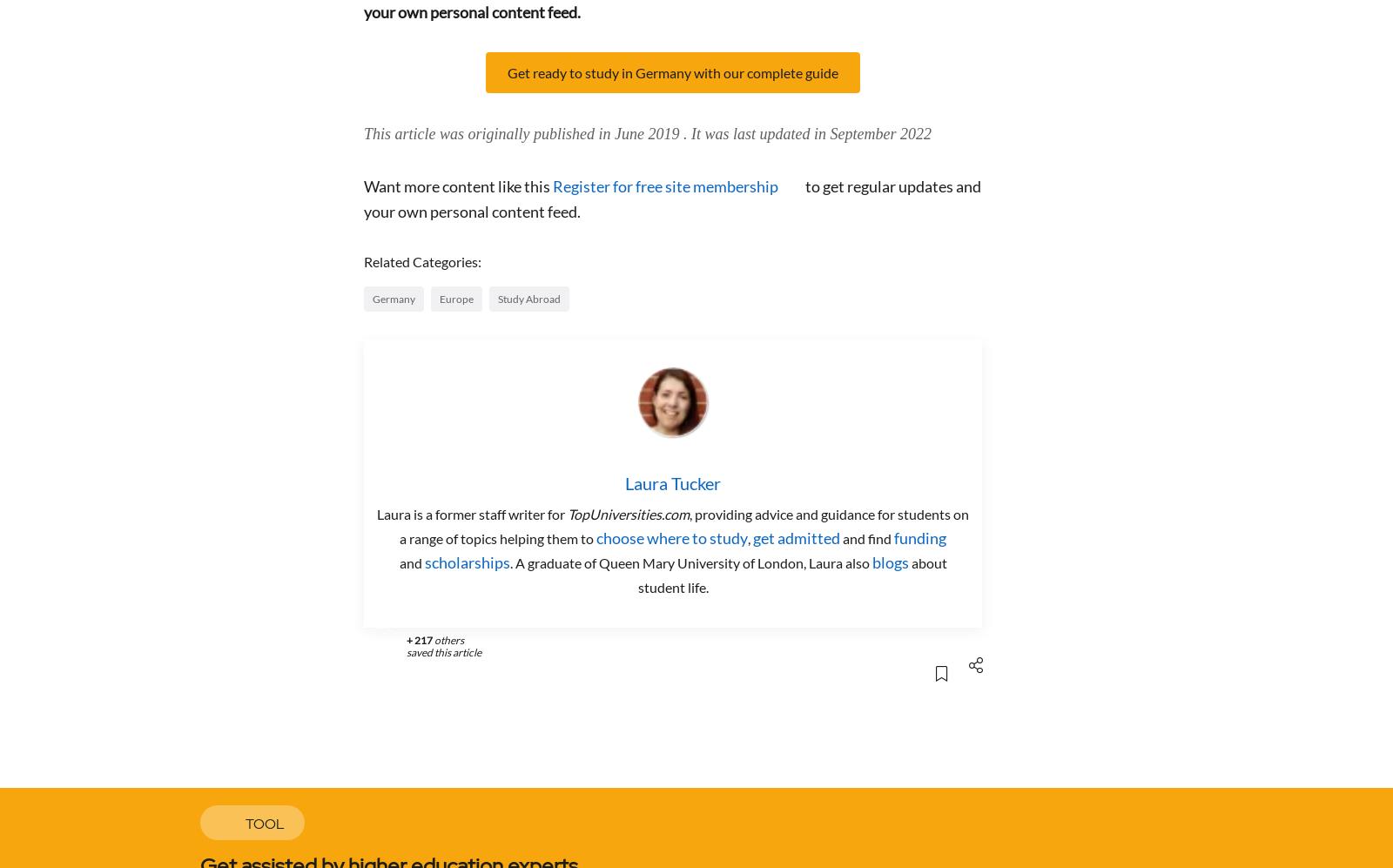 The image size is (1393, 868). I want to click on 'Want more content like this', so click(457, 185).